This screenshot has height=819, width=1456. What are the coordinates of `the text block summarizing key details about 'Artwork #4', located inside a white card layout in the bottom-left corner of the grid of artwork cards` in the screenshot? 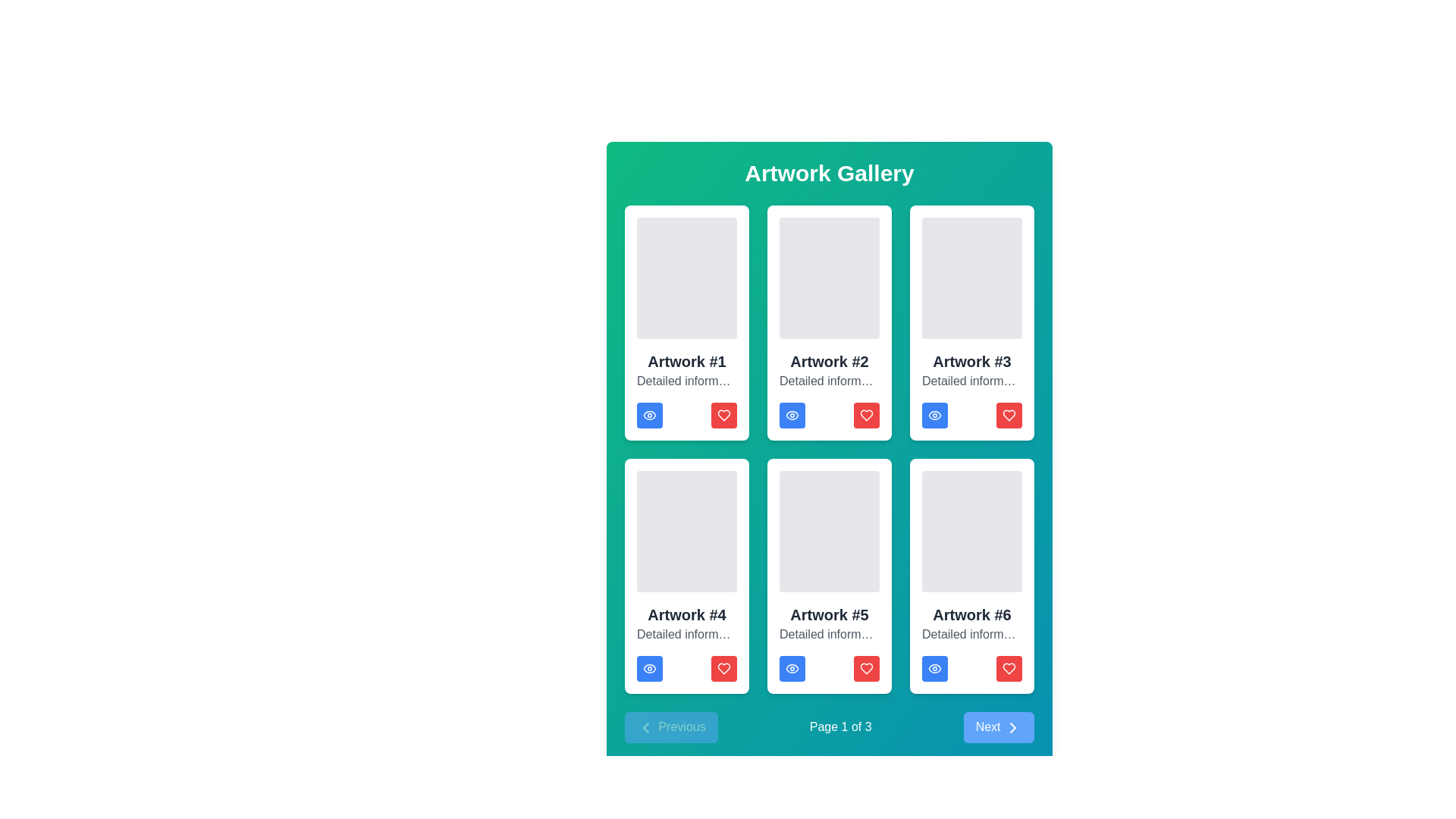 It's located at (686, 635).